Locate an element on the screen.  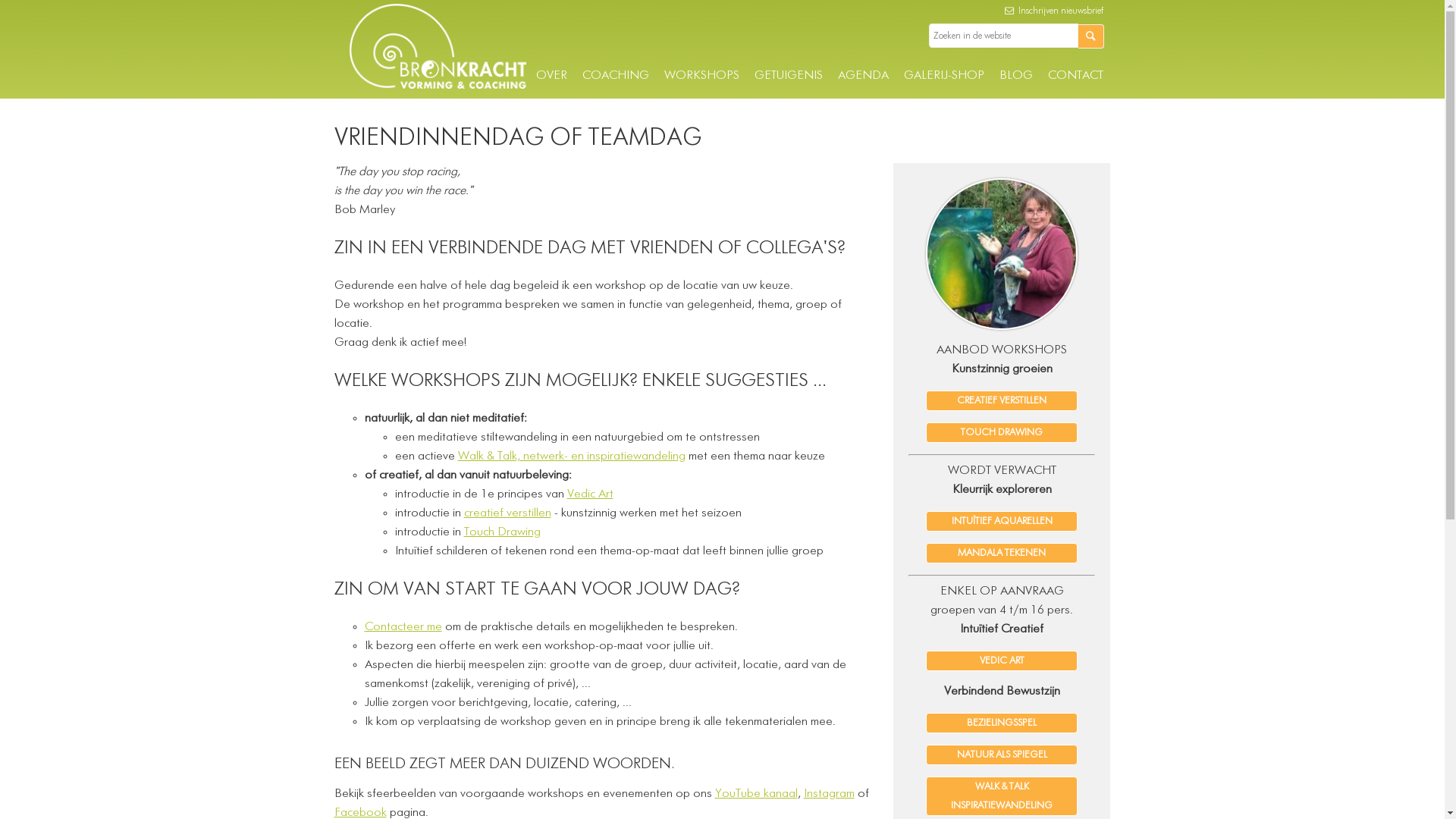
'AGENDA' is located at coordinates (862, 76).